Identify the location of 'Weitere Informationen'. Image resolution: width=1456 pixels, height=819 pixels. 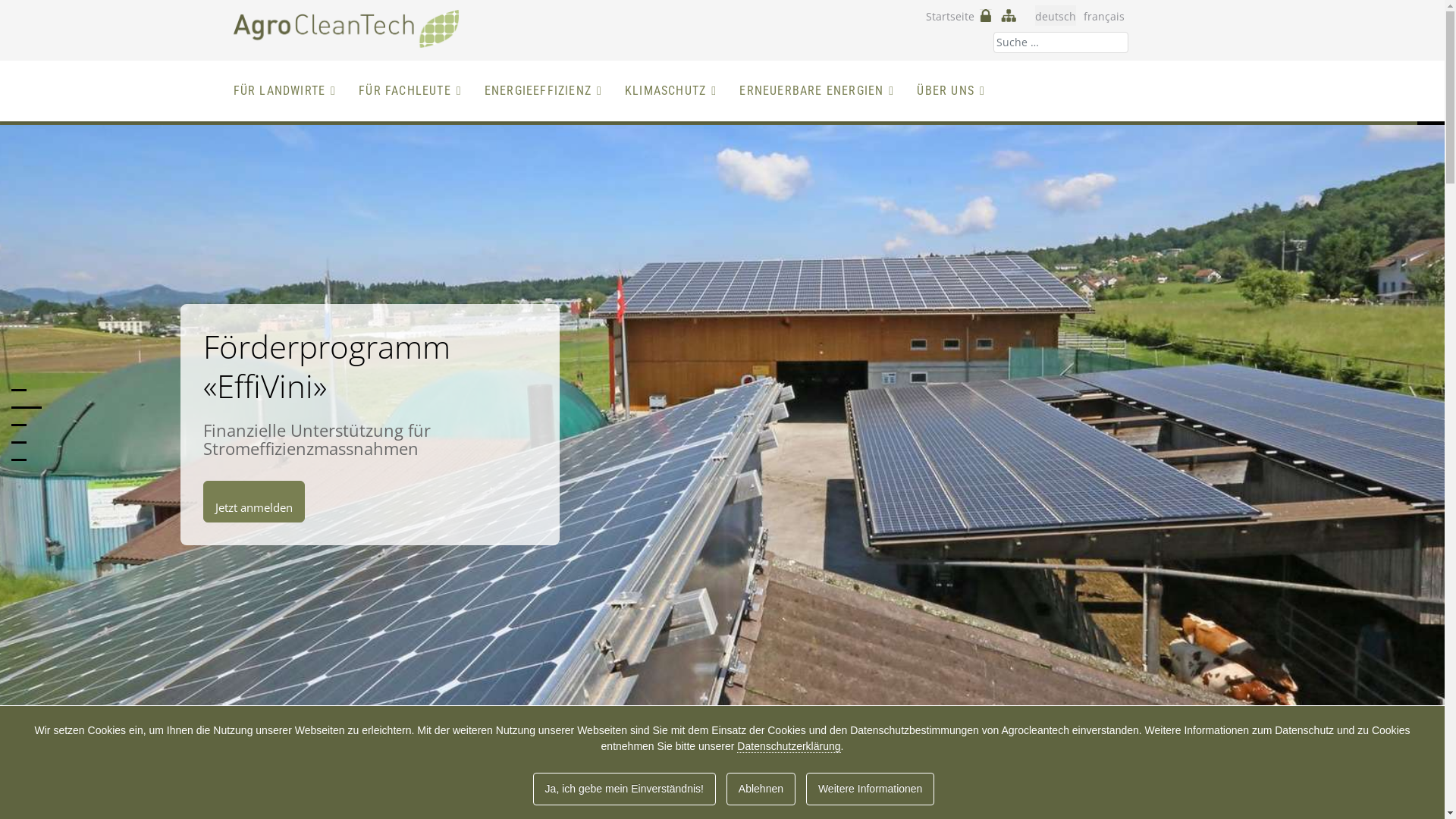
(870, 788).